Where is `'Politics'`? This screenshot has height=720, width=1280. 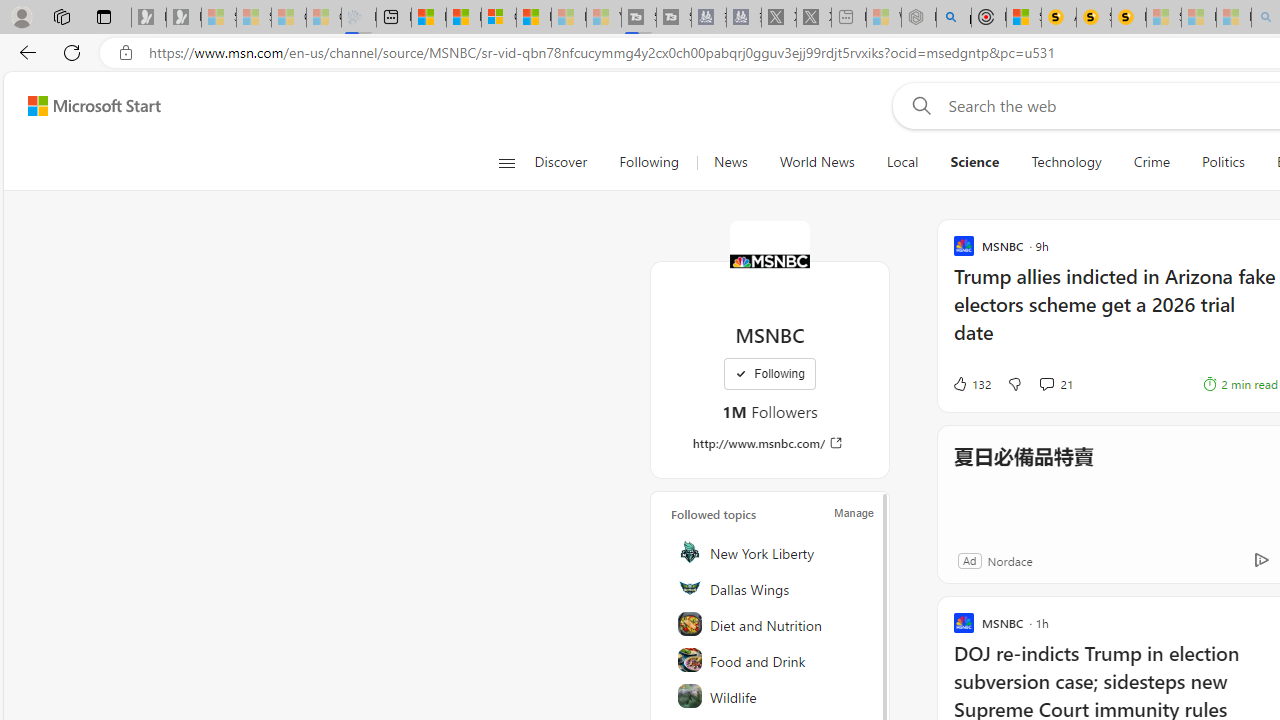 'Politics' is located at coordinates (1222, 162).